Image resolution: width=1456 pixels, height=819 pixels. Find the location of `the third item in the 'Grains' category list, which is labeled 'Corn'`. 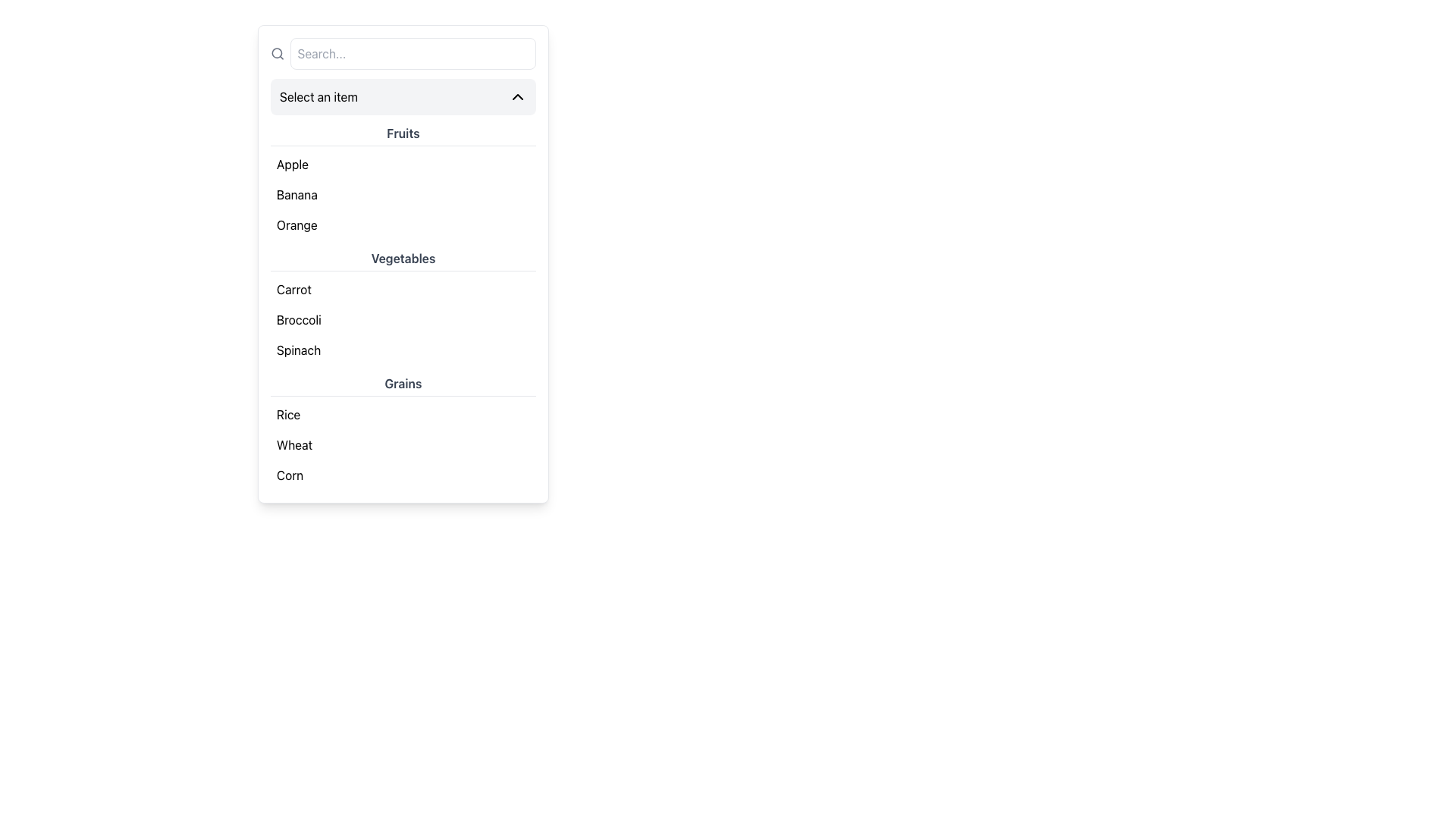

the third item in the 'Grains' category list, which is labeled 'Corn' is located at coordinates (403, 475).